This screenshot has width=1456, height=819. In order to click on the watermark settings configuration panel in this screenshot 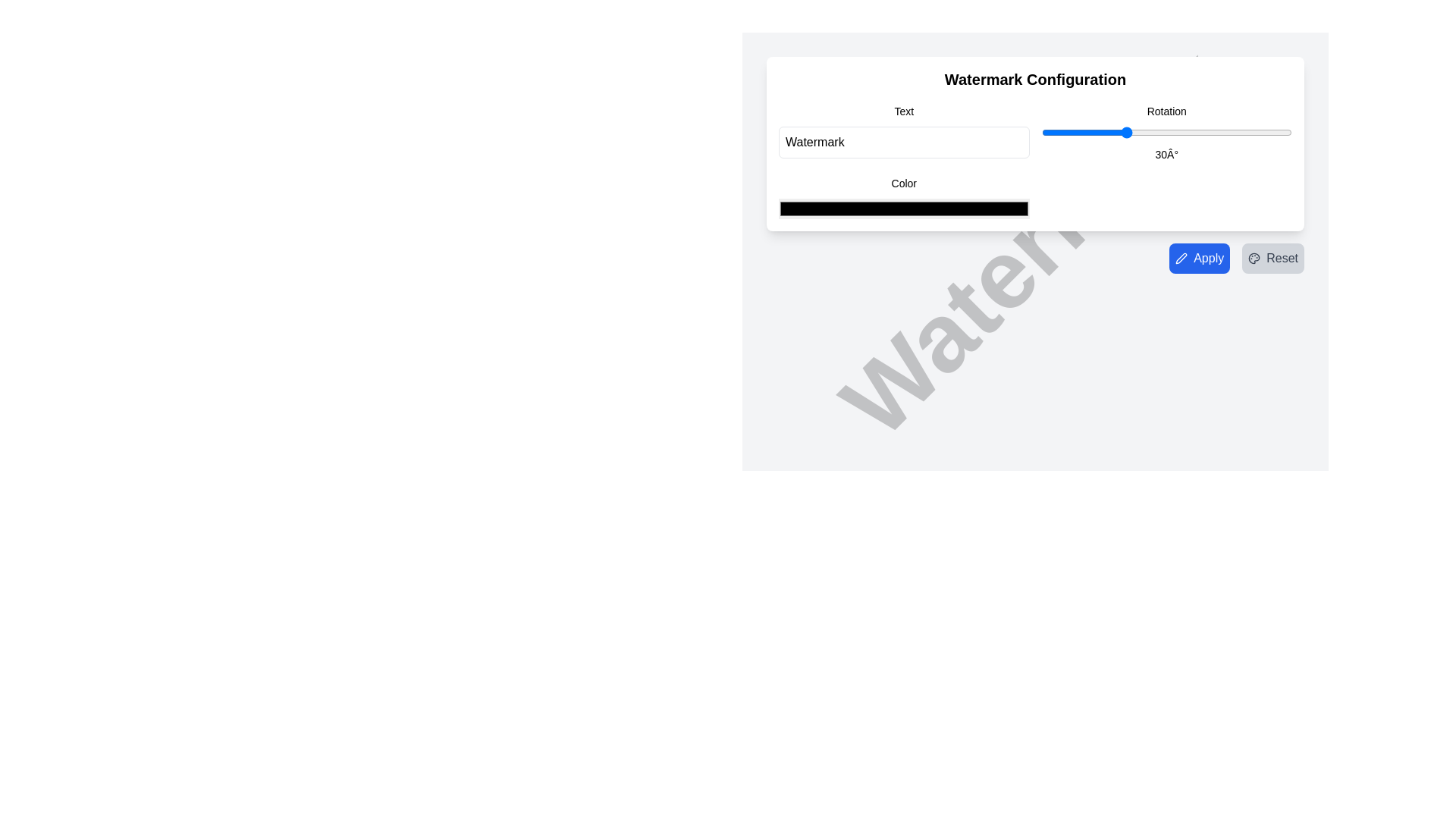, I will do `click(1034, 143)`.